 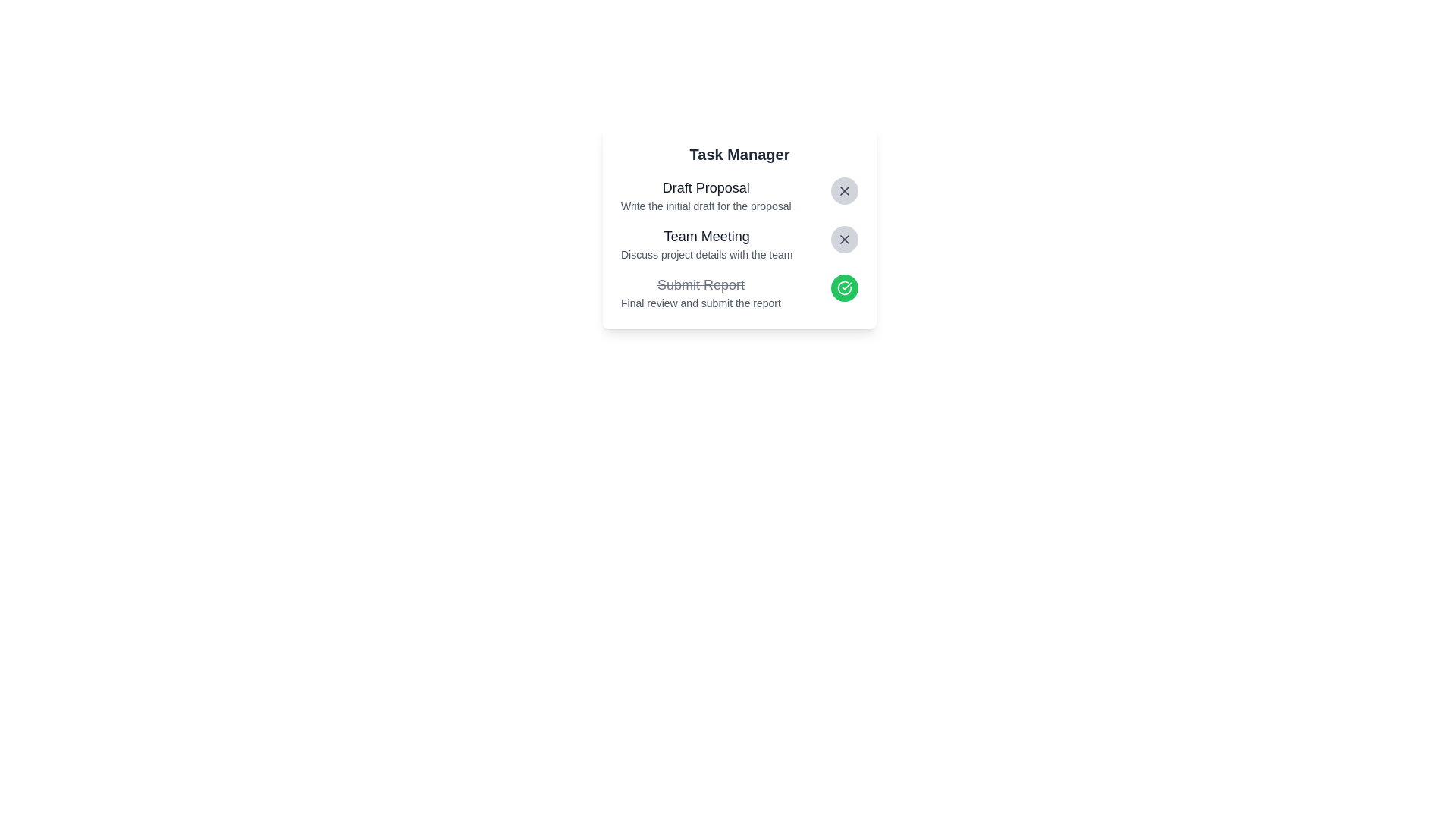 I want to click on the non-interactive text label providing context for the 'Team Meeting' item, located below it and centered horizontally, so click(x=706, y=253).